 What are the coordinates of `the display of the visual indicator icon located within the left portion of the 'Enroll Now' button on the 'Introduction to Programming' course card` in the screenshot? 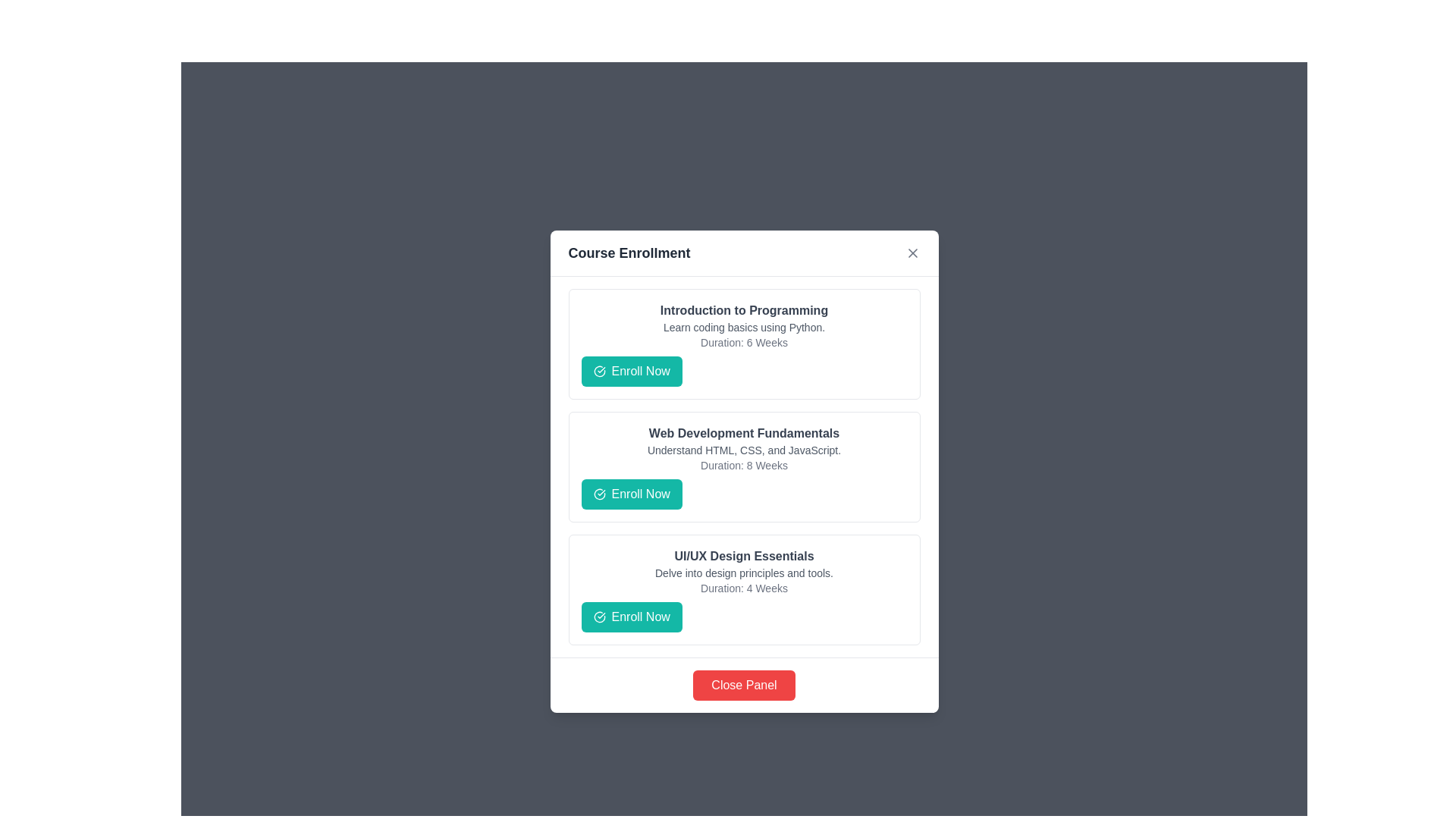 It's located at (598, 371).